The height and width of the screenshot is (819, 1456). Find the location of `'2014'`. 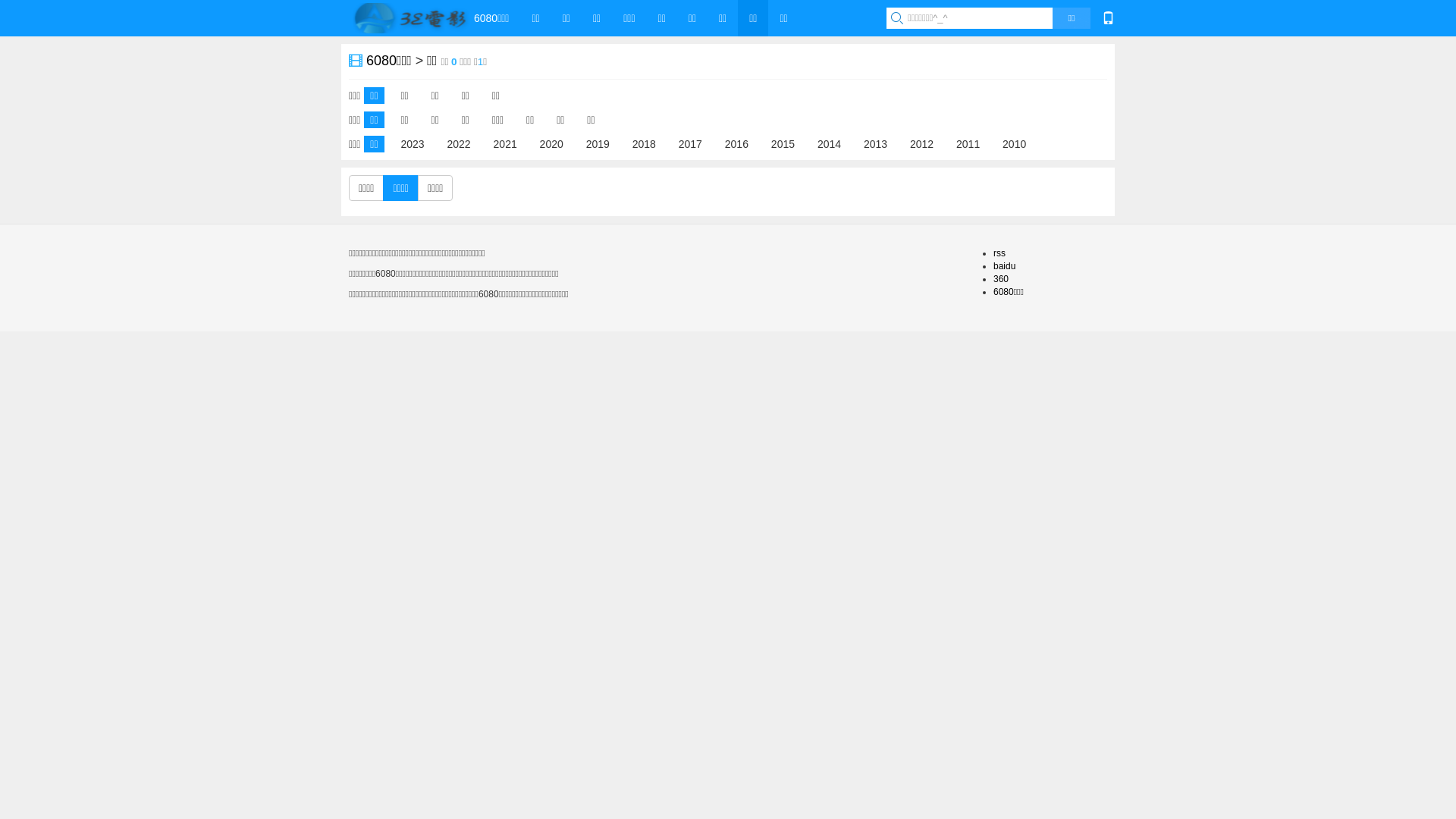

'2014' is located at coordinates (828, 143).